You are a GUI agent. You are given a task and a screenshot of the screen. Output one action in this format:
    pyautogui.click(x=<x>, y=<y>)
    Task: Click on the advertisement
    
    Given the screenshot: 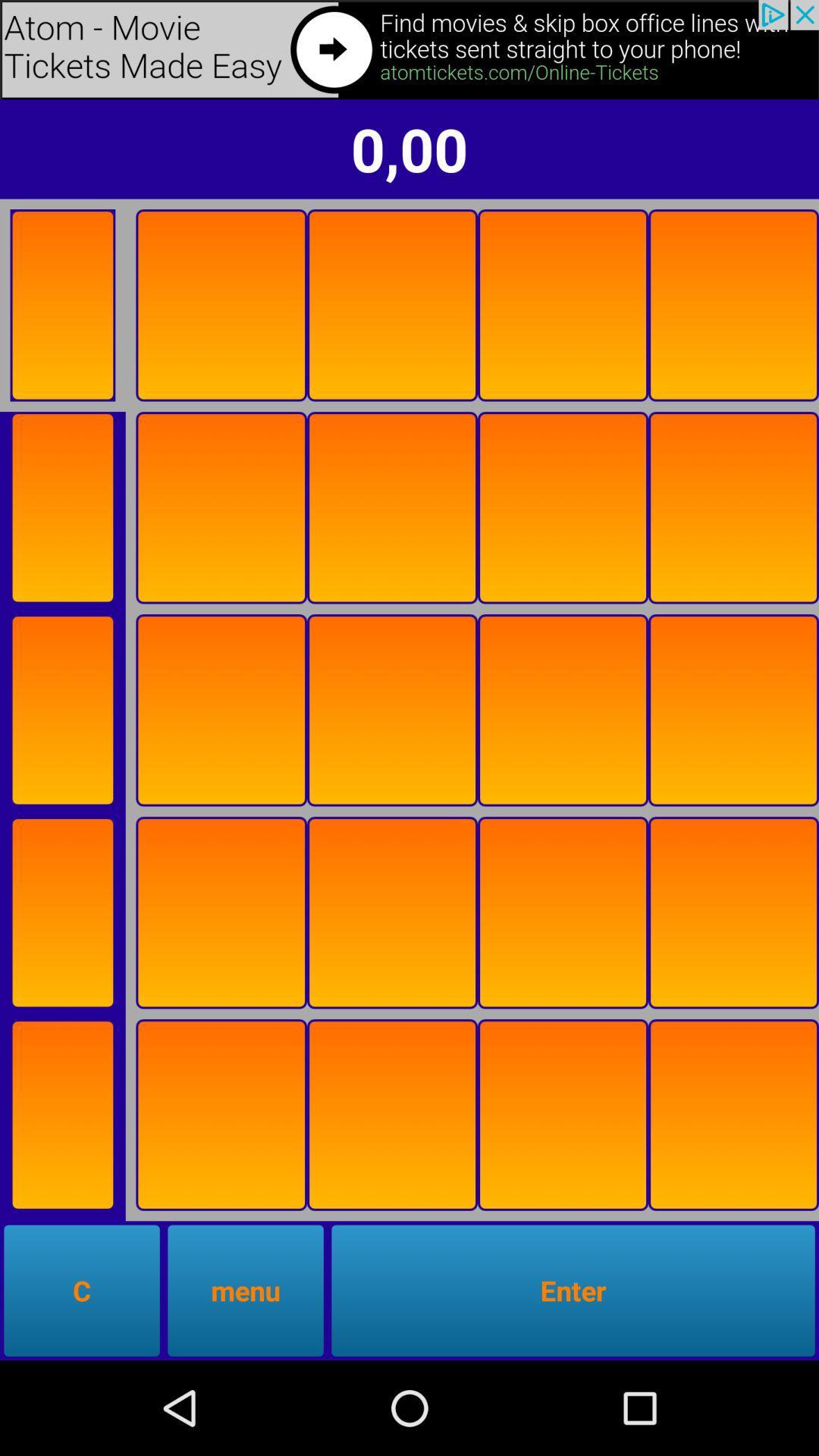 What is the action you would take?
    pyautogui.click(x=61, y=304)
    